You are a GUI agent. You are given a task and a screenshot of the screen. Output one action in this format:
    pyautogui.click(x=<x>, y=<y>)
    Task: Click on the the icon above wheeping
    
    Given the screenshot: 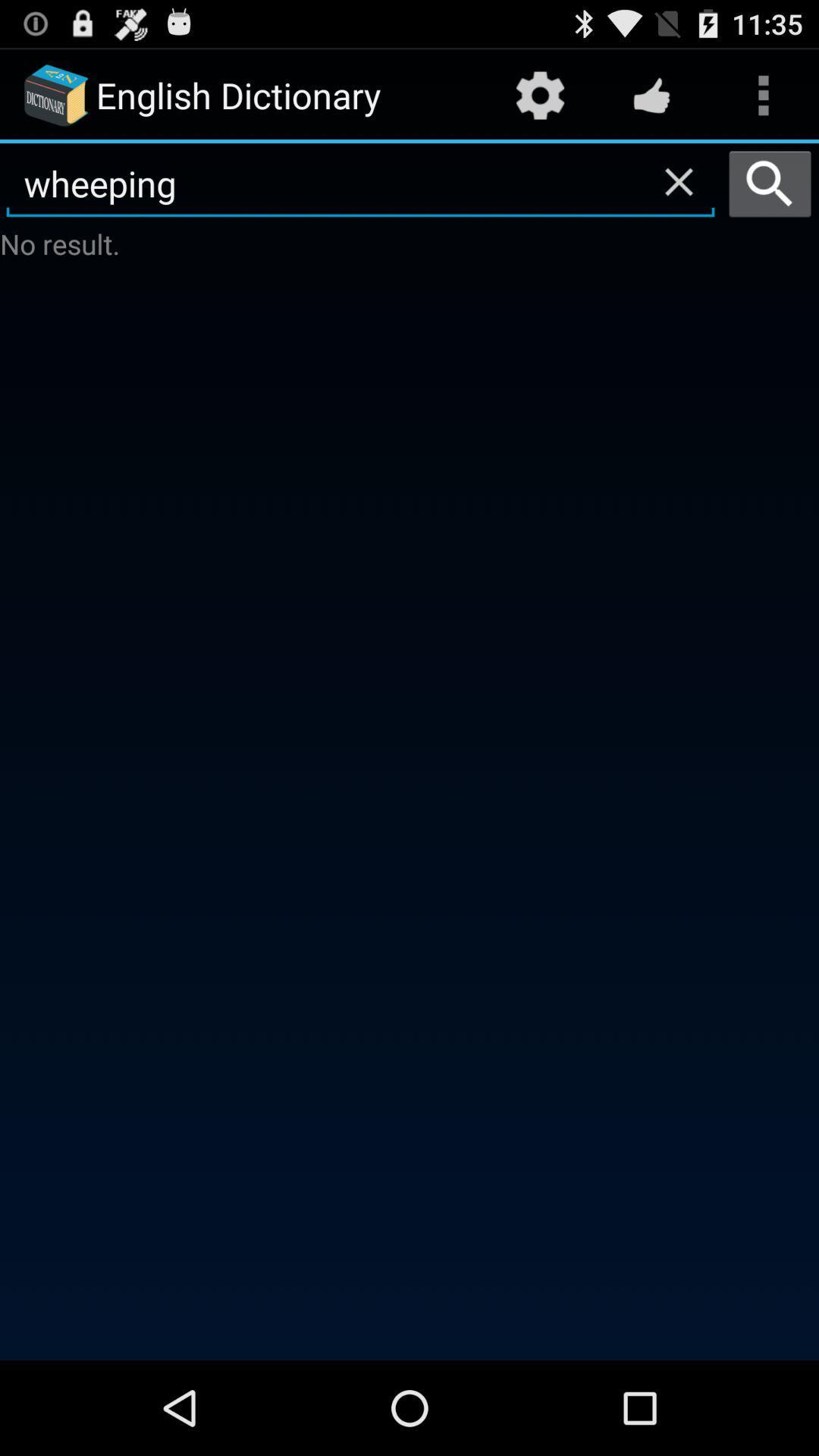 What is the action you would take?
    pyautogui.click(x=539, y=94)
    